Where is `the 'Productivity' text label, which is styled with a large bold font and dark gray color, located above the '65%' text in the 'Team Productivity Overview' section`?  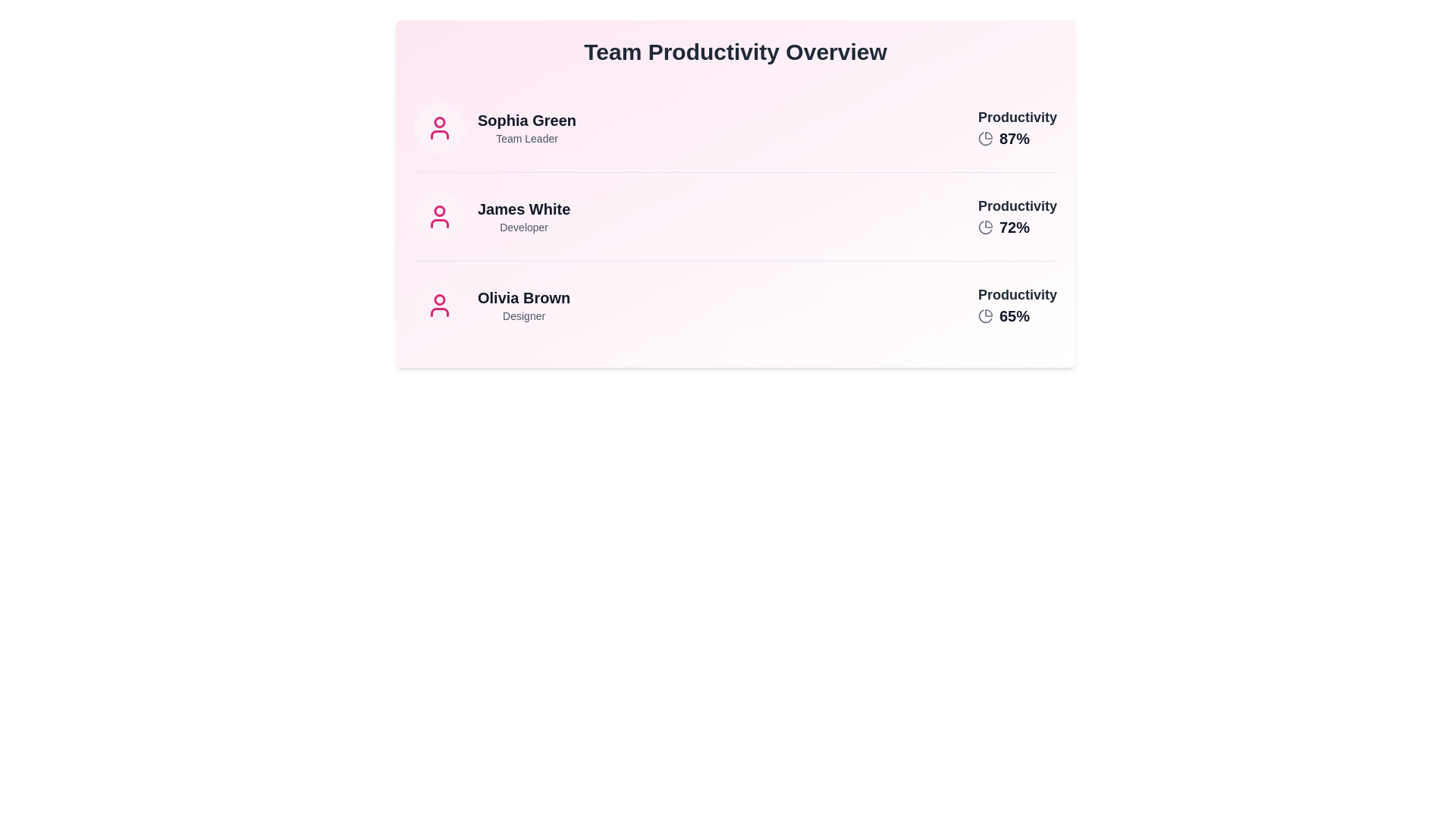
the 'Productivity' text label, which is styled with a large bold font and dark gray color, located above the '65%' text in the 'Team Productivity Overview' section is located at coordinates (1017, 295).